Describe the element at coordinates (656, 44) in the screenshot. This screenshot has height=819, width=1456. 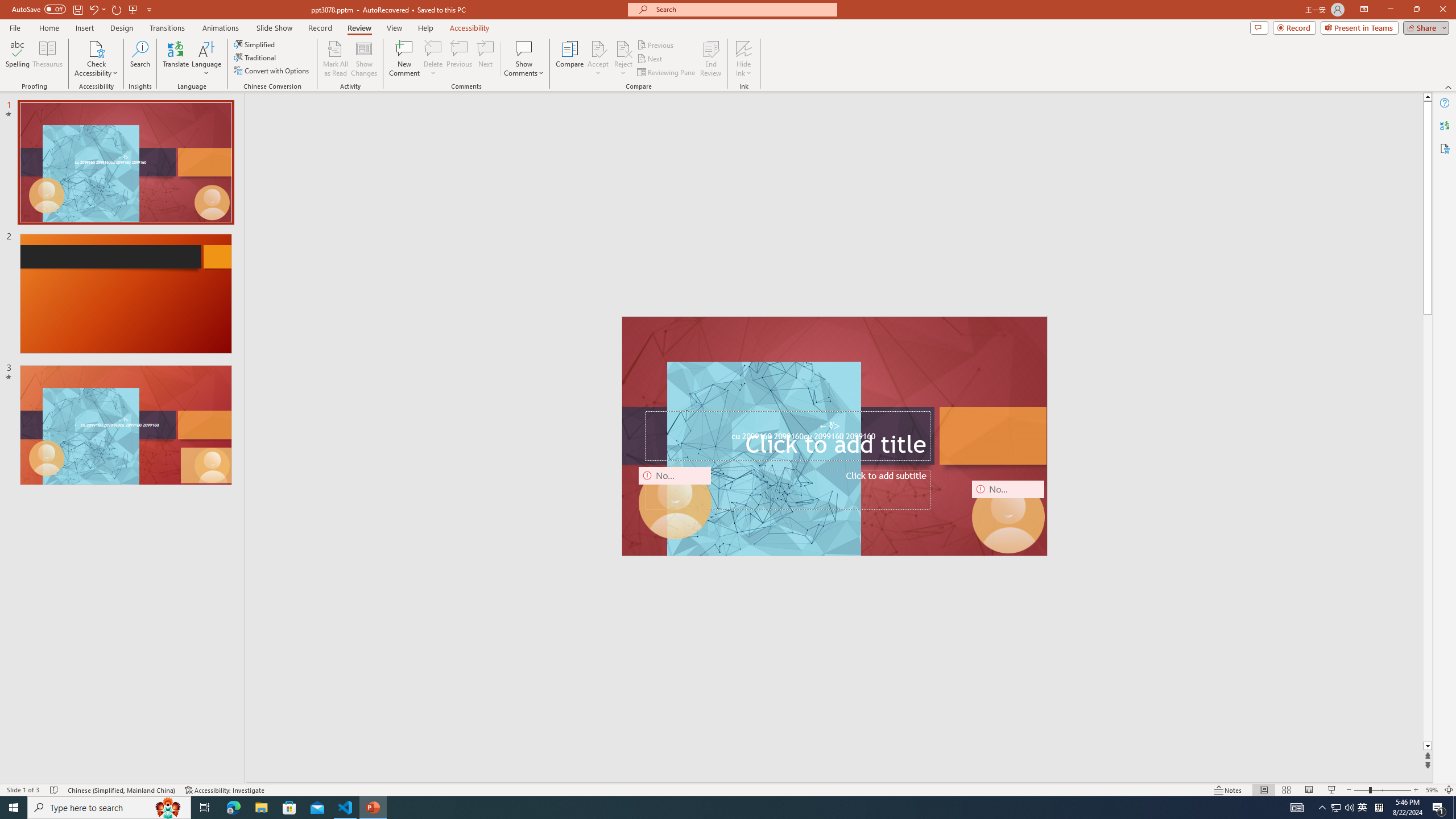
I see `'Previous'` at that location.